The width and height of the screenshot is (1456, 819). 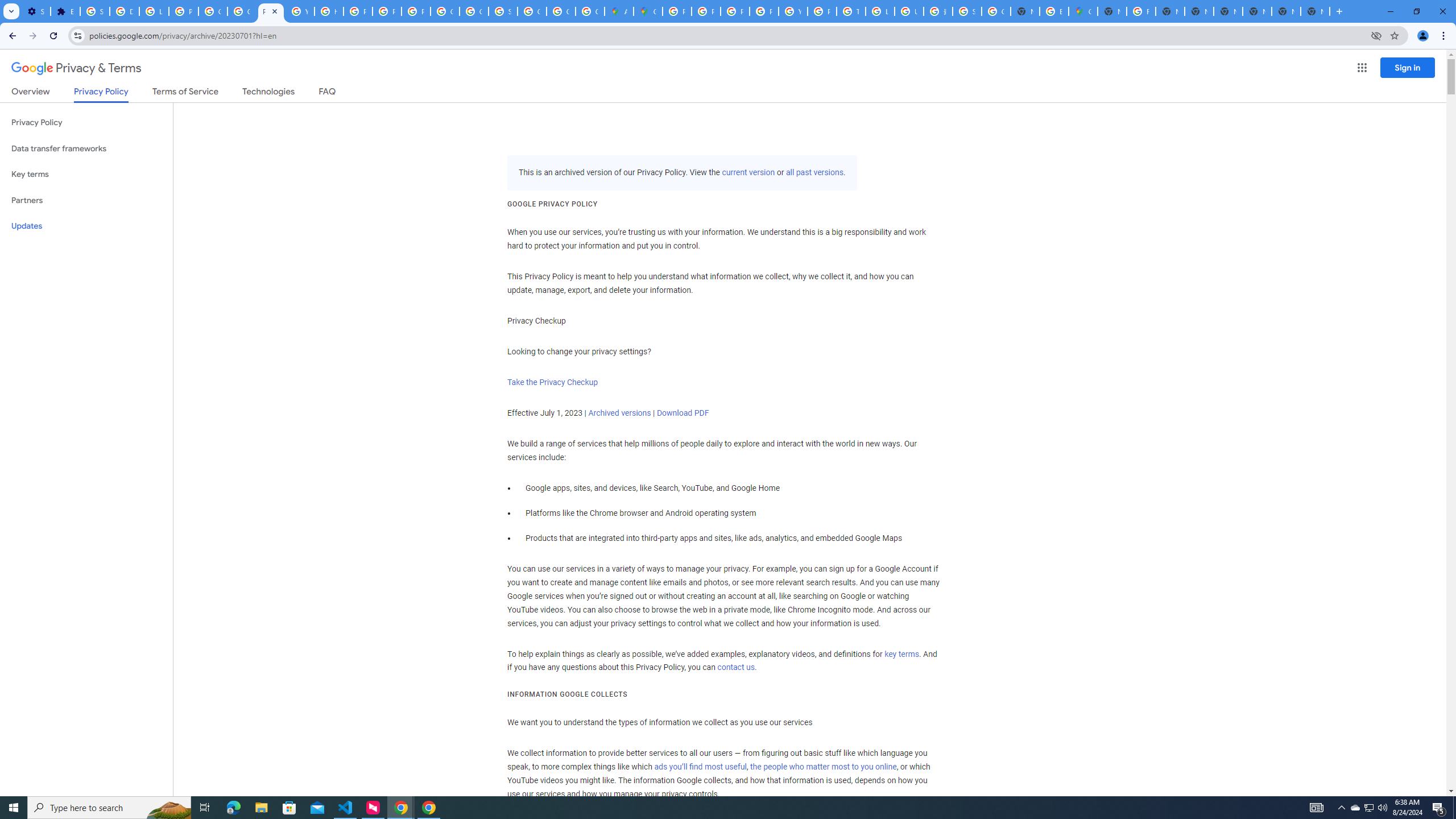 I want to click on 'YouTube', so click(x=792, y=11).